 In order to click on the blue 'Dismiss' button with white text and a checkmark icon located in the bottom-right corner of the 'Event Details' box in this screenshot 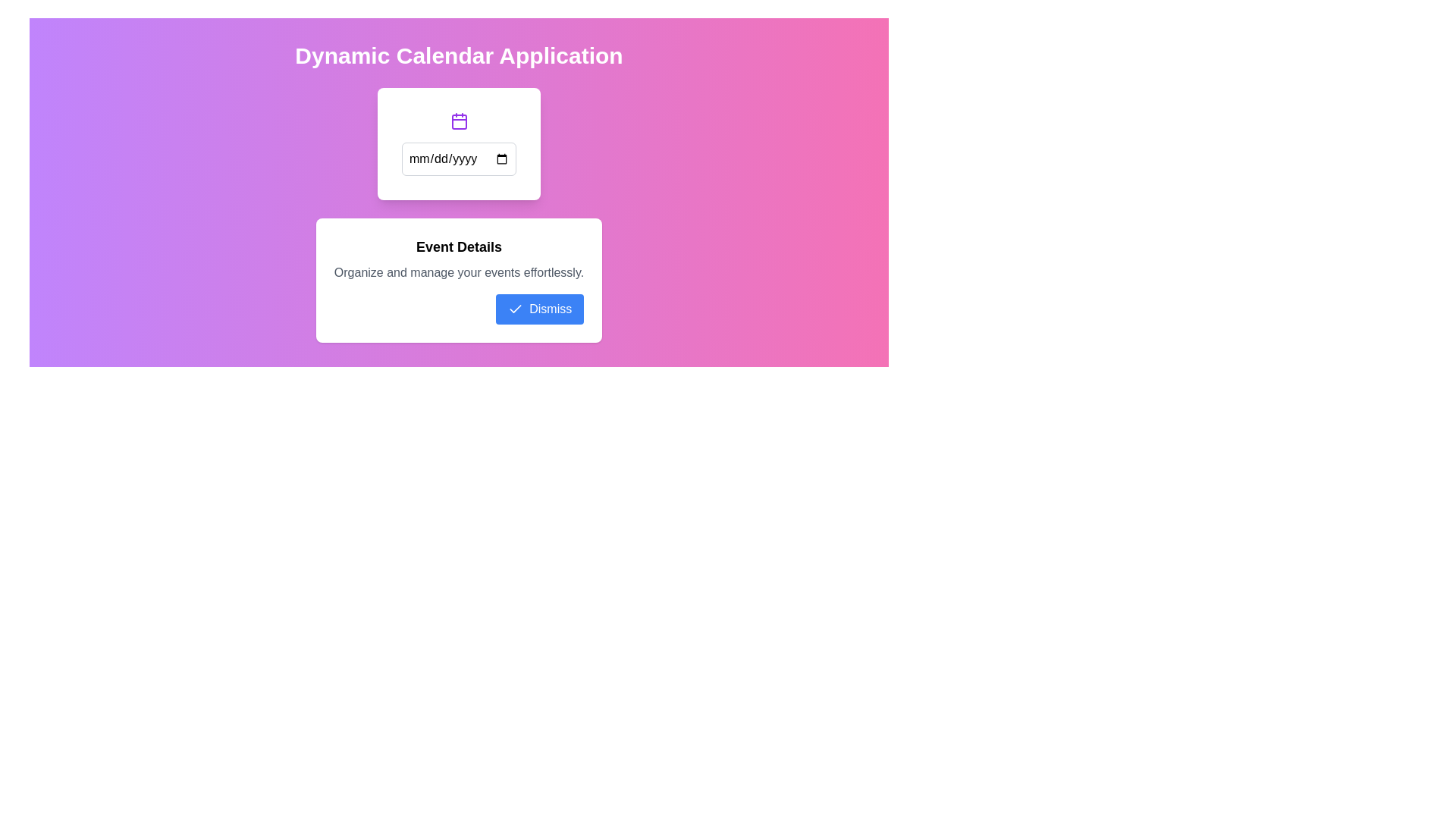, I will do `click(540, 309)`.